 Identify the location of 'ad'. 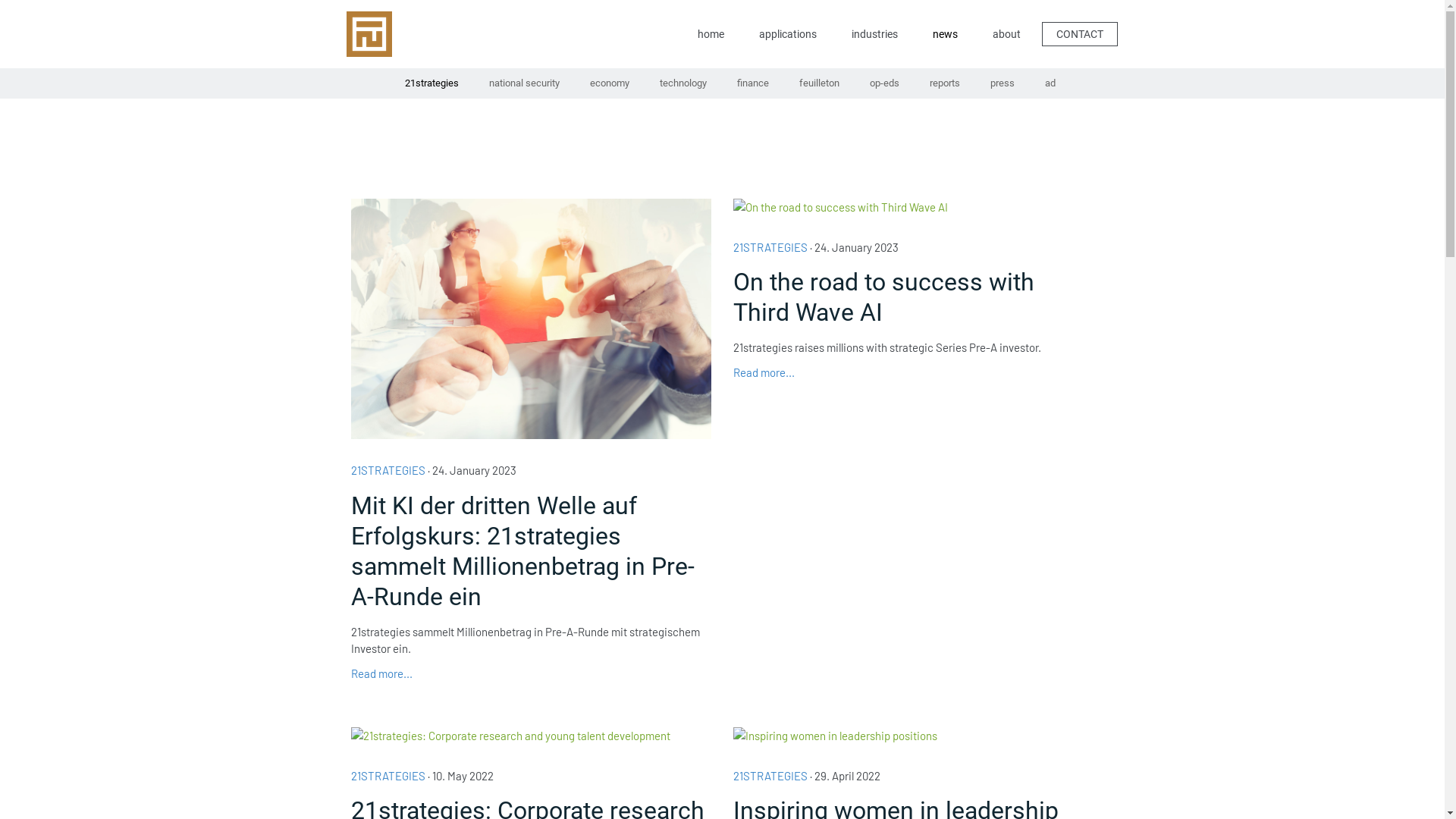
(1050, 83).